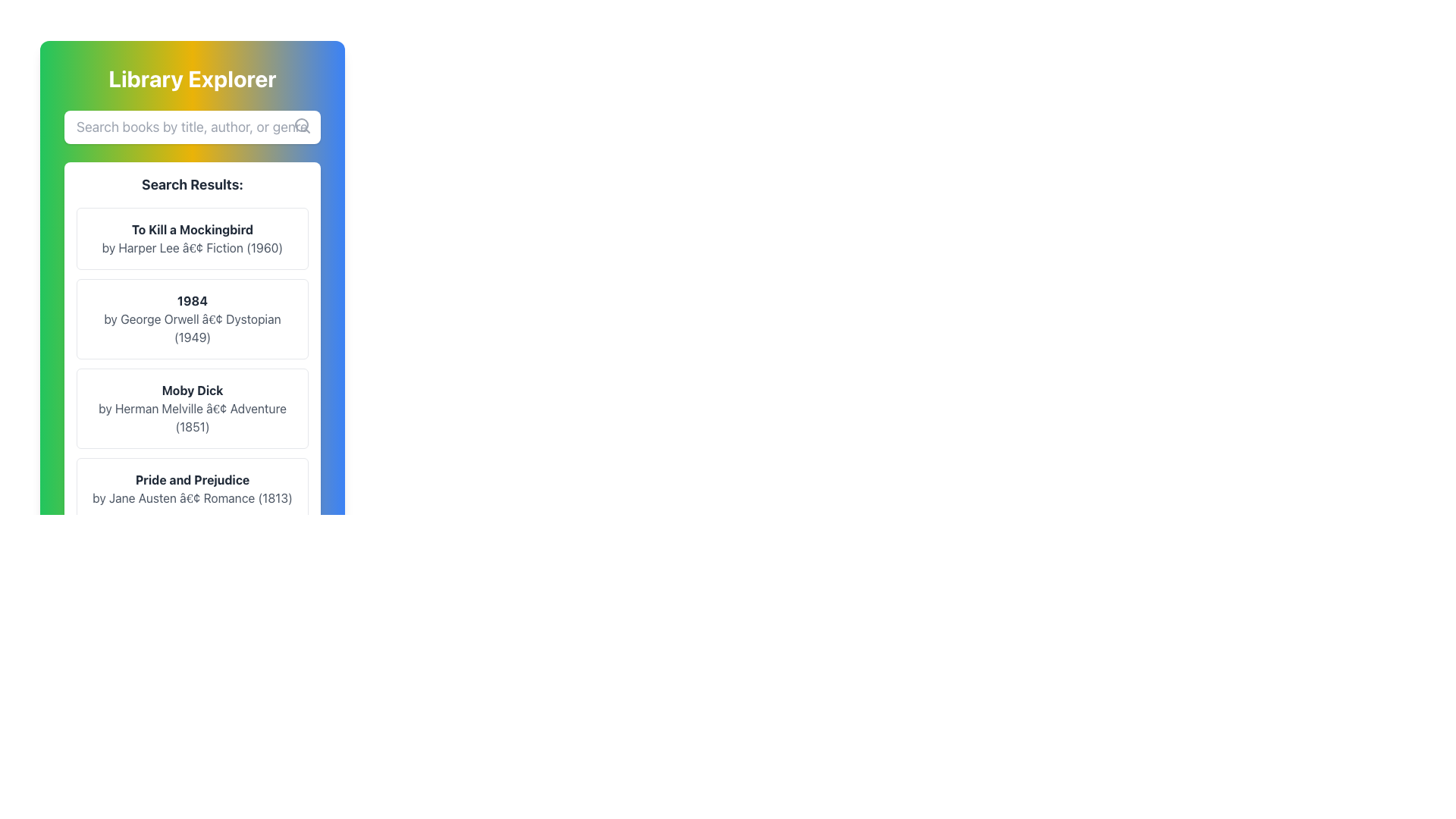 The width and height of the screenshot is (1456, 819). Describe the element at coordinates (192, 247) in the screenshot. I see `the text snippet reading 'by Harper Lee • Fiction (1960)' which is located below the title 'To Kill a Mockingbird' in the search results list` at that location.